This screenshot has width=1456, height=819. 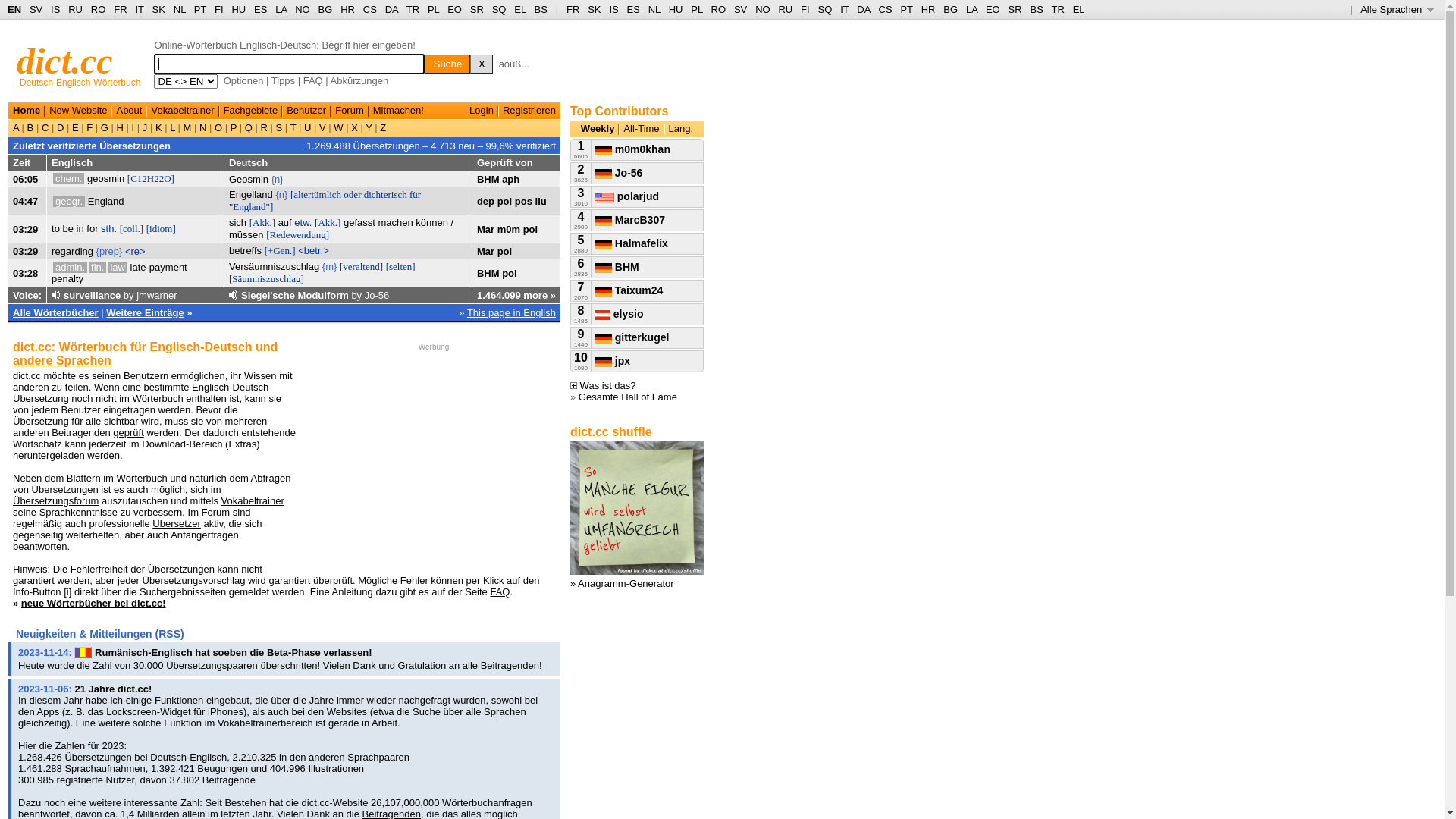 What do you see at coordinates (156, 295) in the screenshot?
I see `'jmwarner'` at bounding box center [156, 295].